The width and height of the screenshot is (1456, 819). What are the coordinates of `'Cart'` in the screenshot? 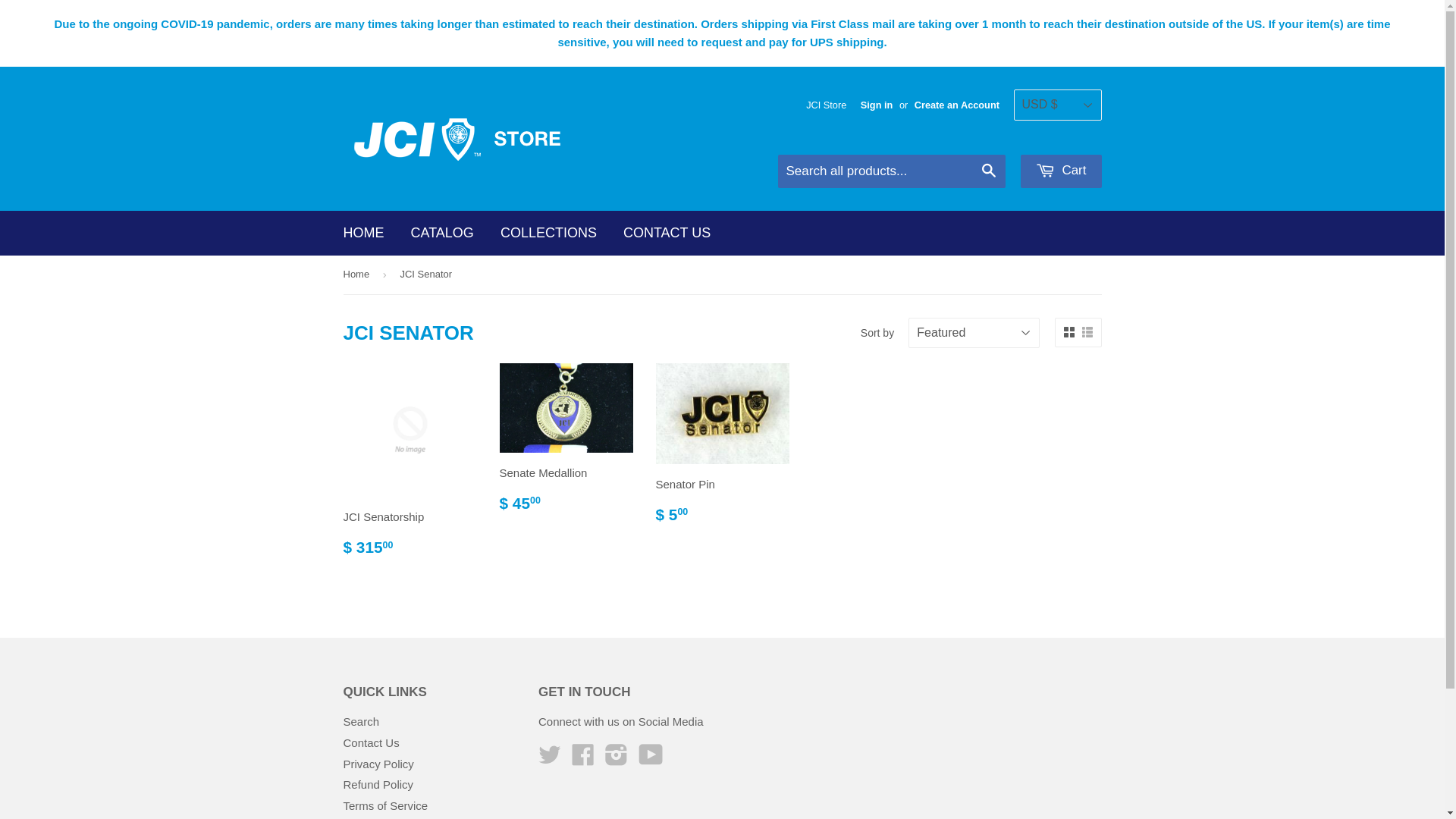 It's located at (1060, 171).